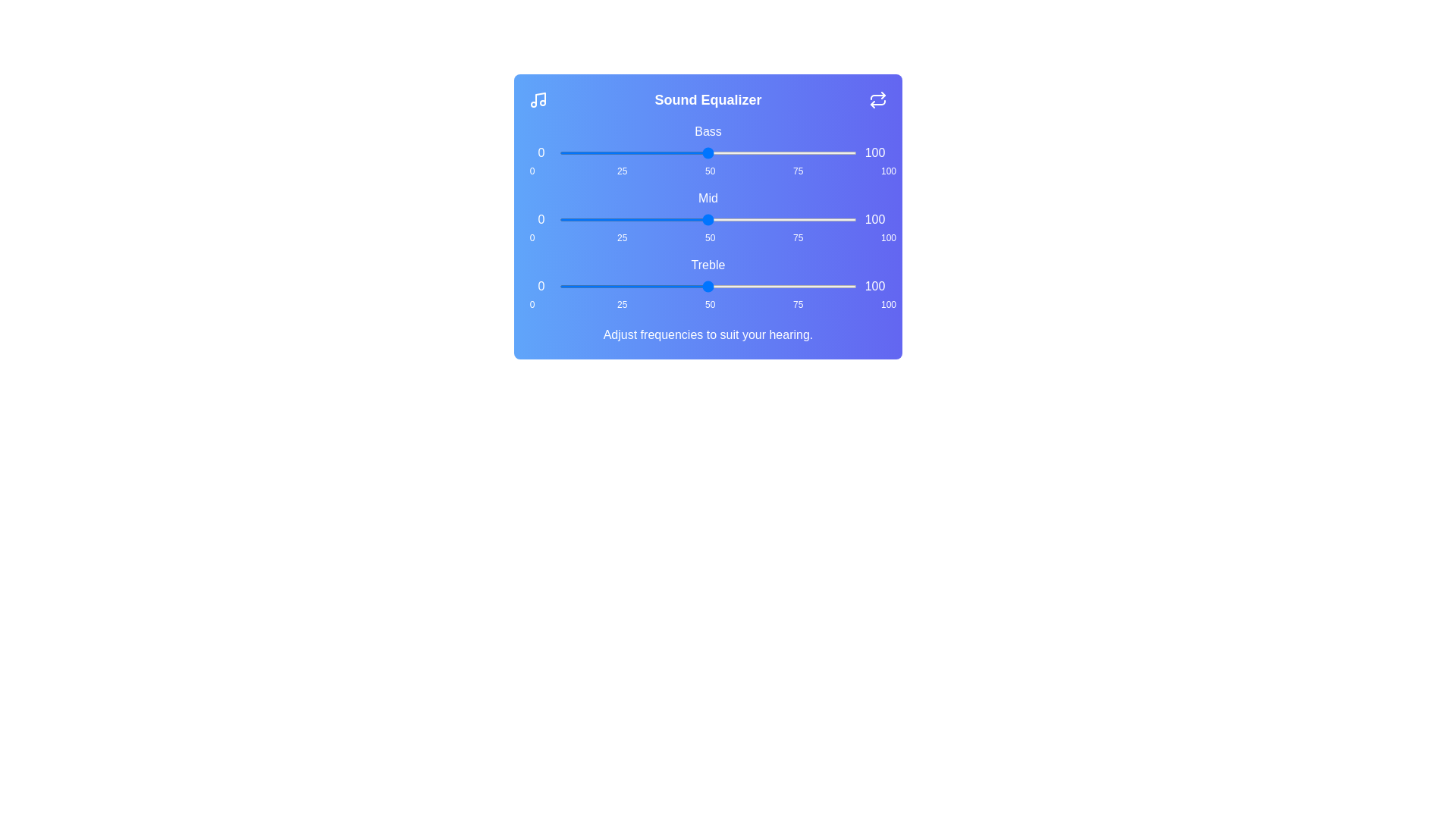  What do you see at coordinates (597, 152) in the screenshot?
I see `the bass slider to 13%` at bounding box center [597, 152].